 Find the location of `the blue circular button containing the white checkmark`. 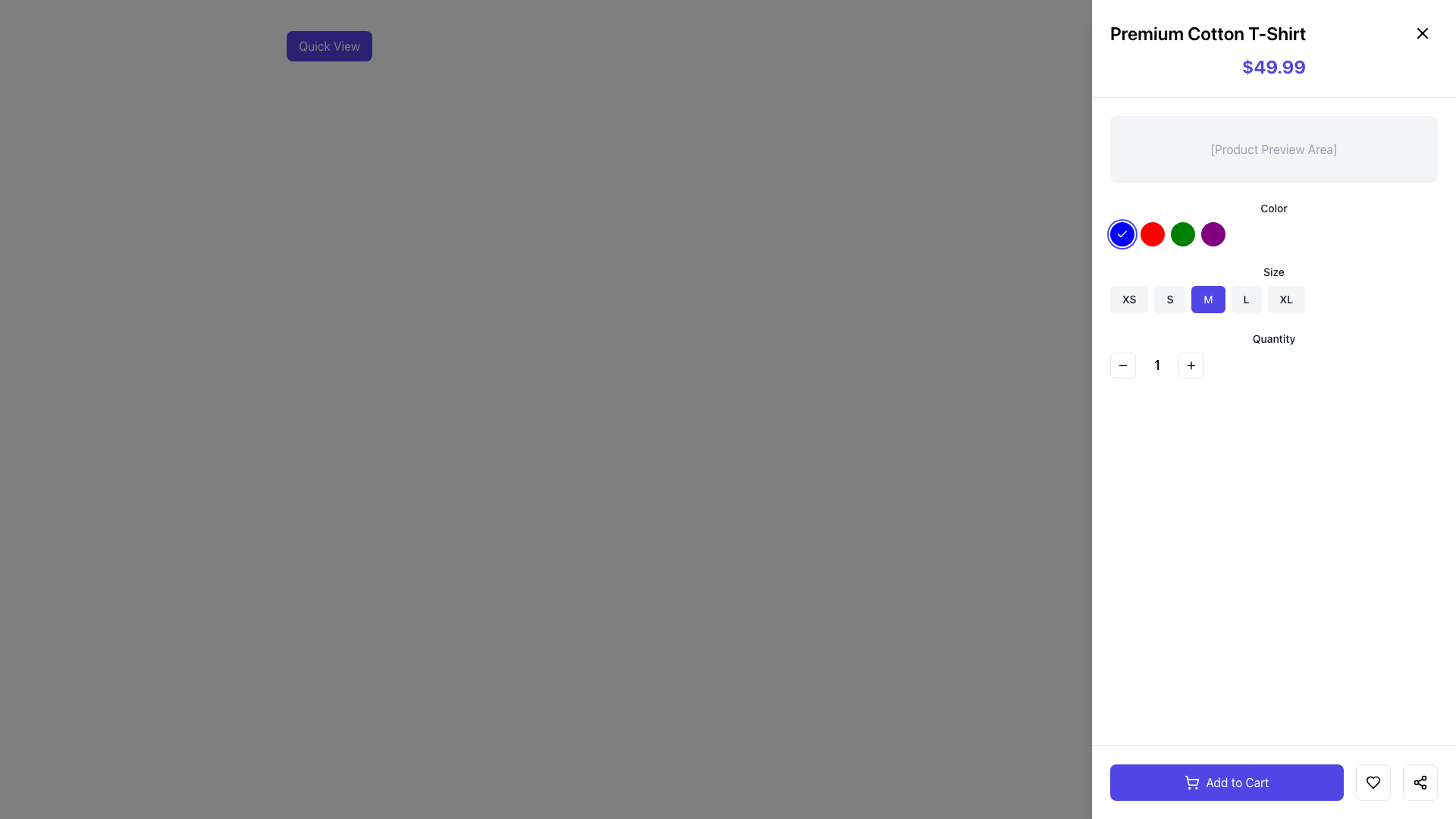

the blue circular button containing the white checkmark is located at coordinates (1122, 234).